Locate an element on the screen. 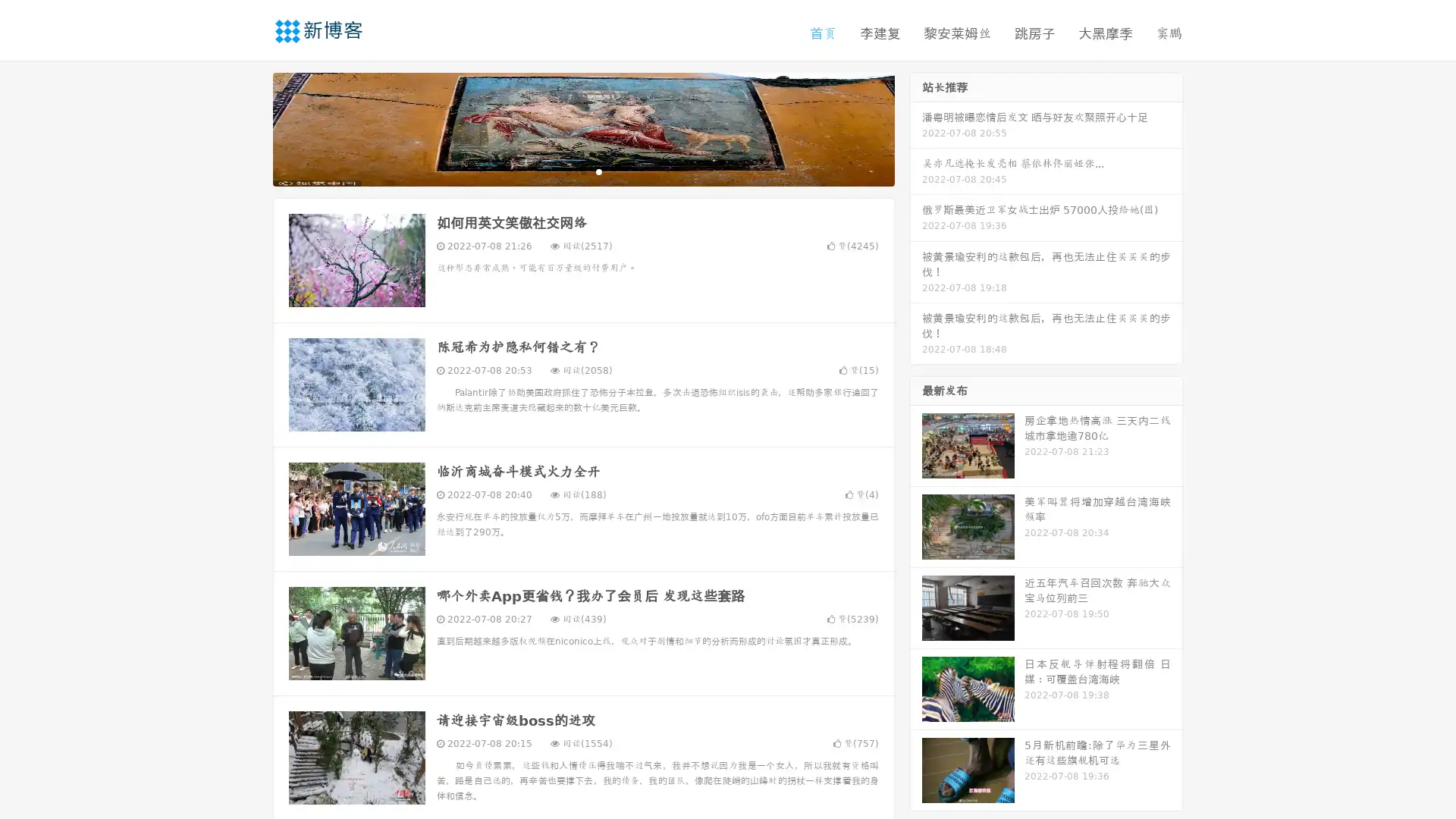  Go to slide 3 is located at coordinates (598, 171).